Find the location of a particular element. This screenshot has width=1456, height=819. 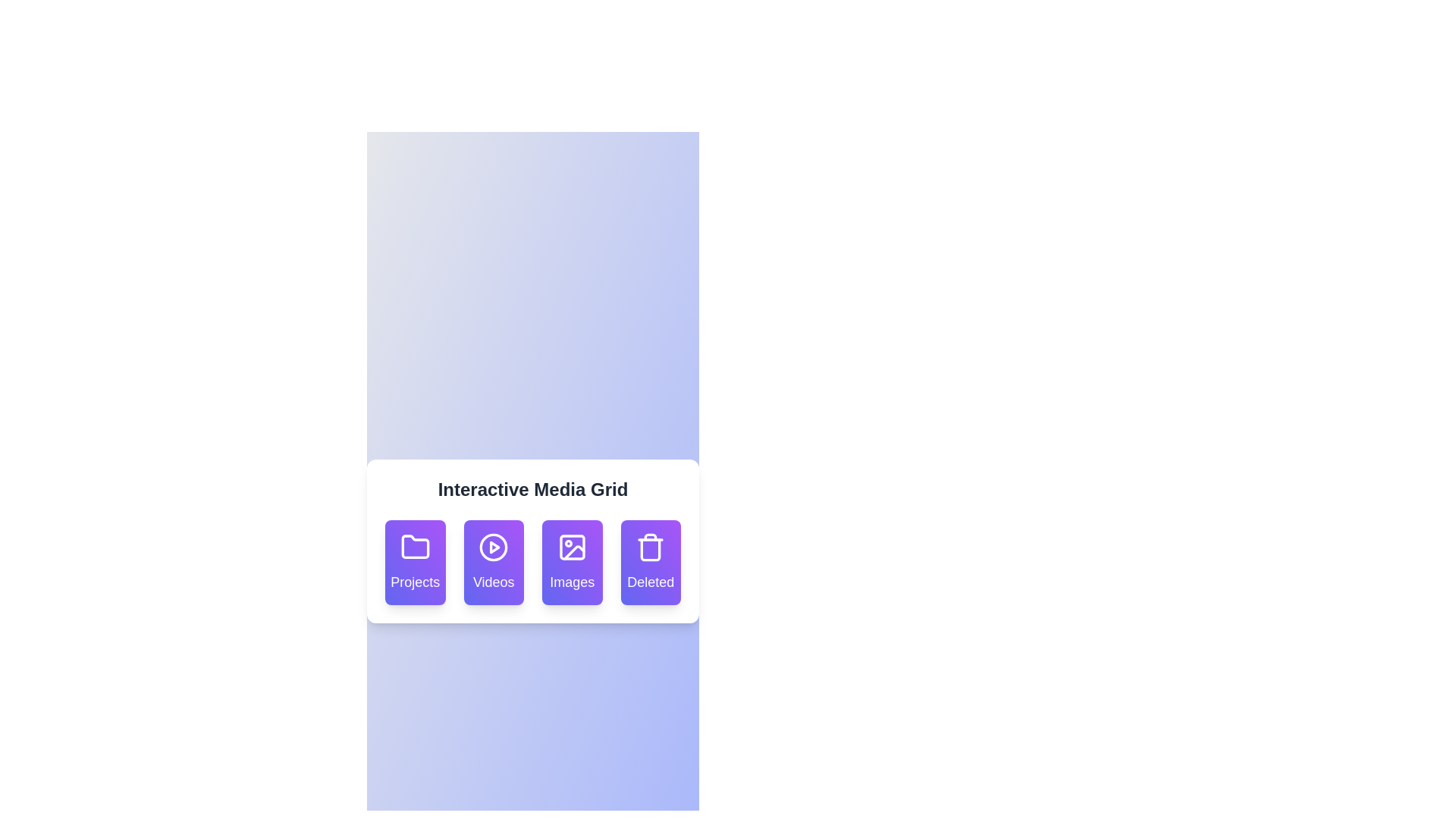

the button for accessing or managing deleted items, which is the rightmost button in a horizontal group of four buttons, adjacent to the 'Images' button on the left is located at coordinates (651, 547).